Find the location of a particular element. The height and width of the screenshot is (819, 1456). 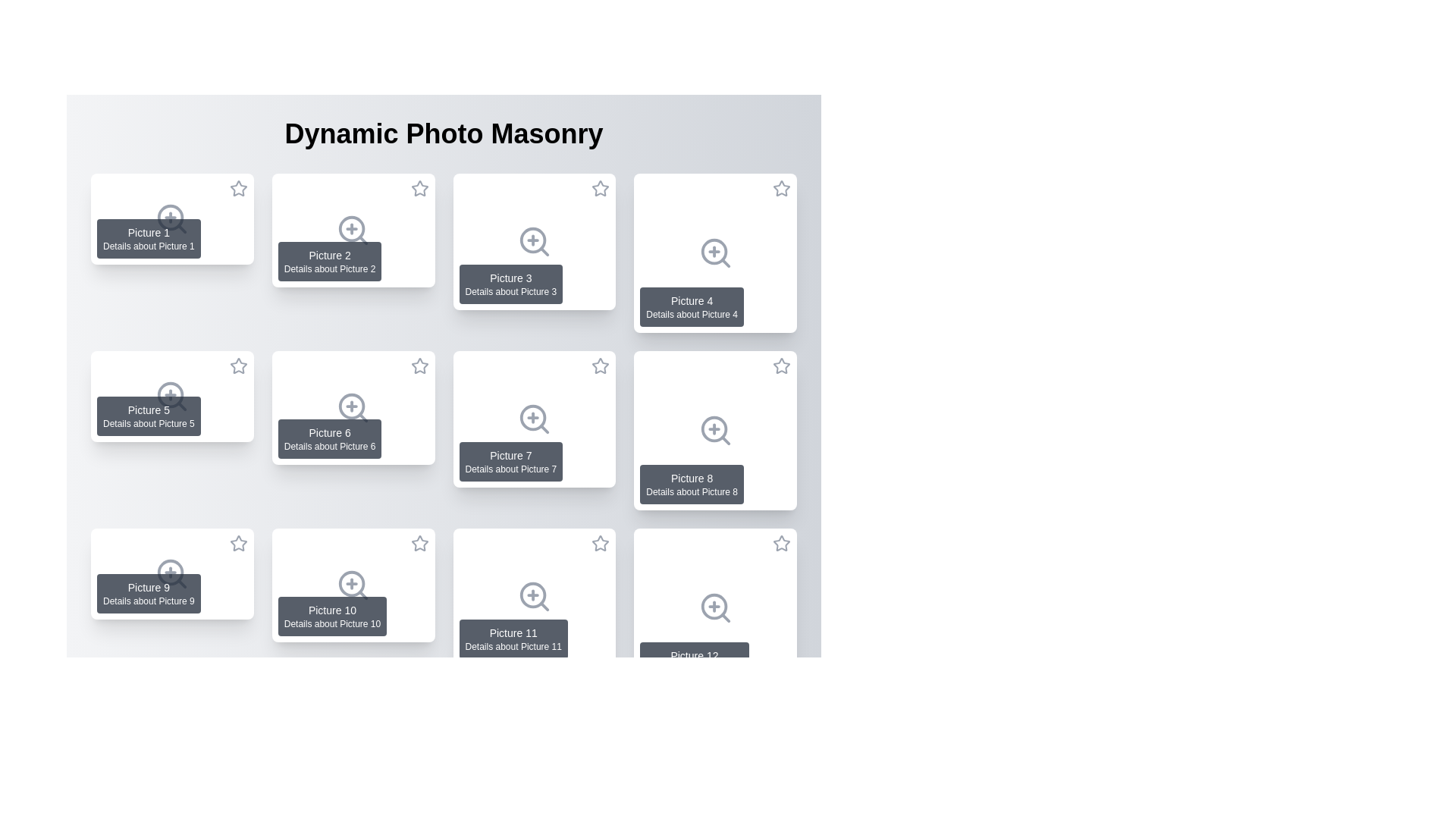

the star icon button located at the top-right corner of the card labeled 'Picture 6' is located at coordinates (419, 366).